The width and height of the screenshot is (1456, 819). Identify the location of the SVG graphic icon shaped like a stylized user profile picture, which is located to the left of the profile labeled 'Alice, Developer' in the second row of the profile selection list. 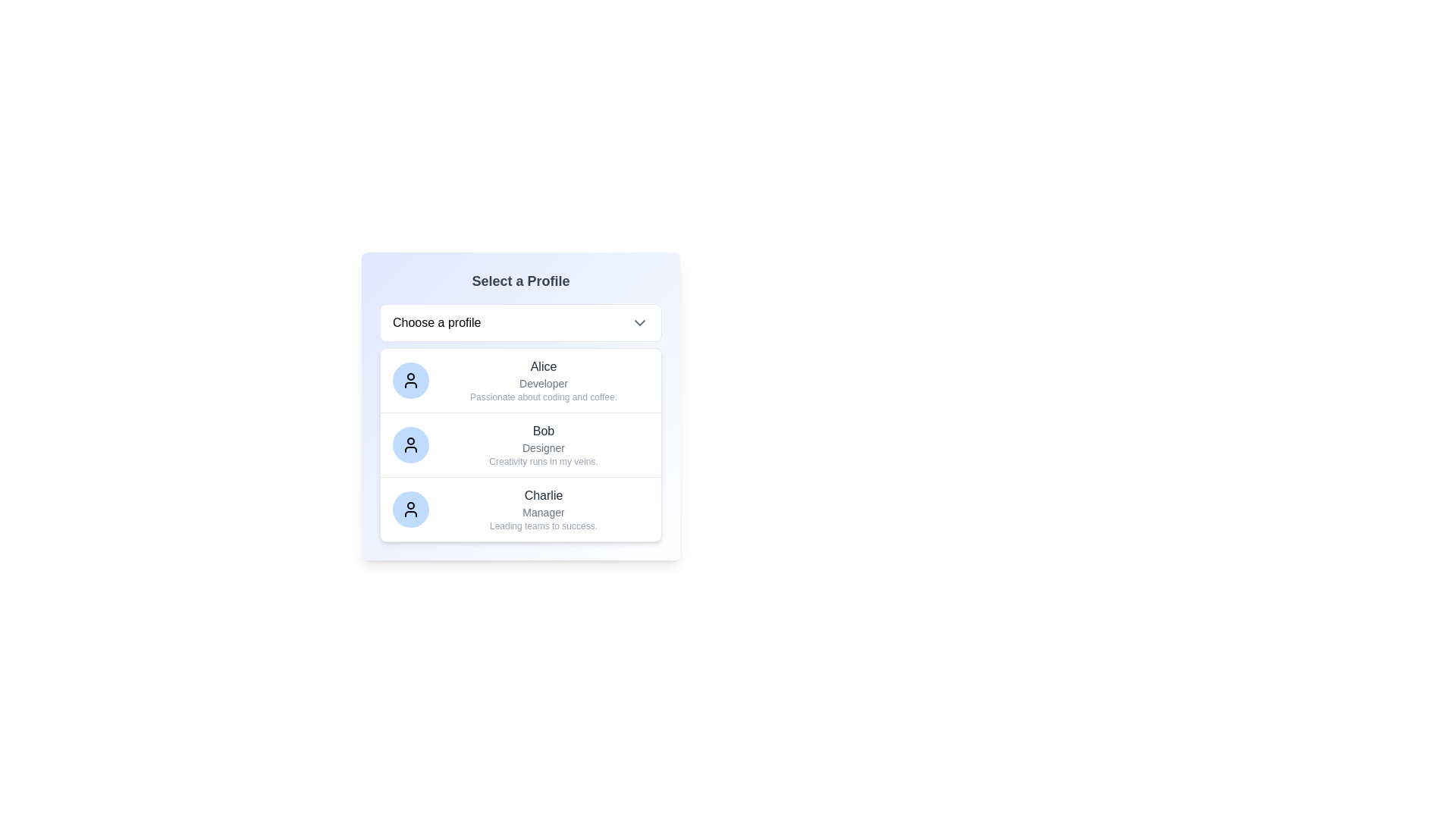
(411, 444).